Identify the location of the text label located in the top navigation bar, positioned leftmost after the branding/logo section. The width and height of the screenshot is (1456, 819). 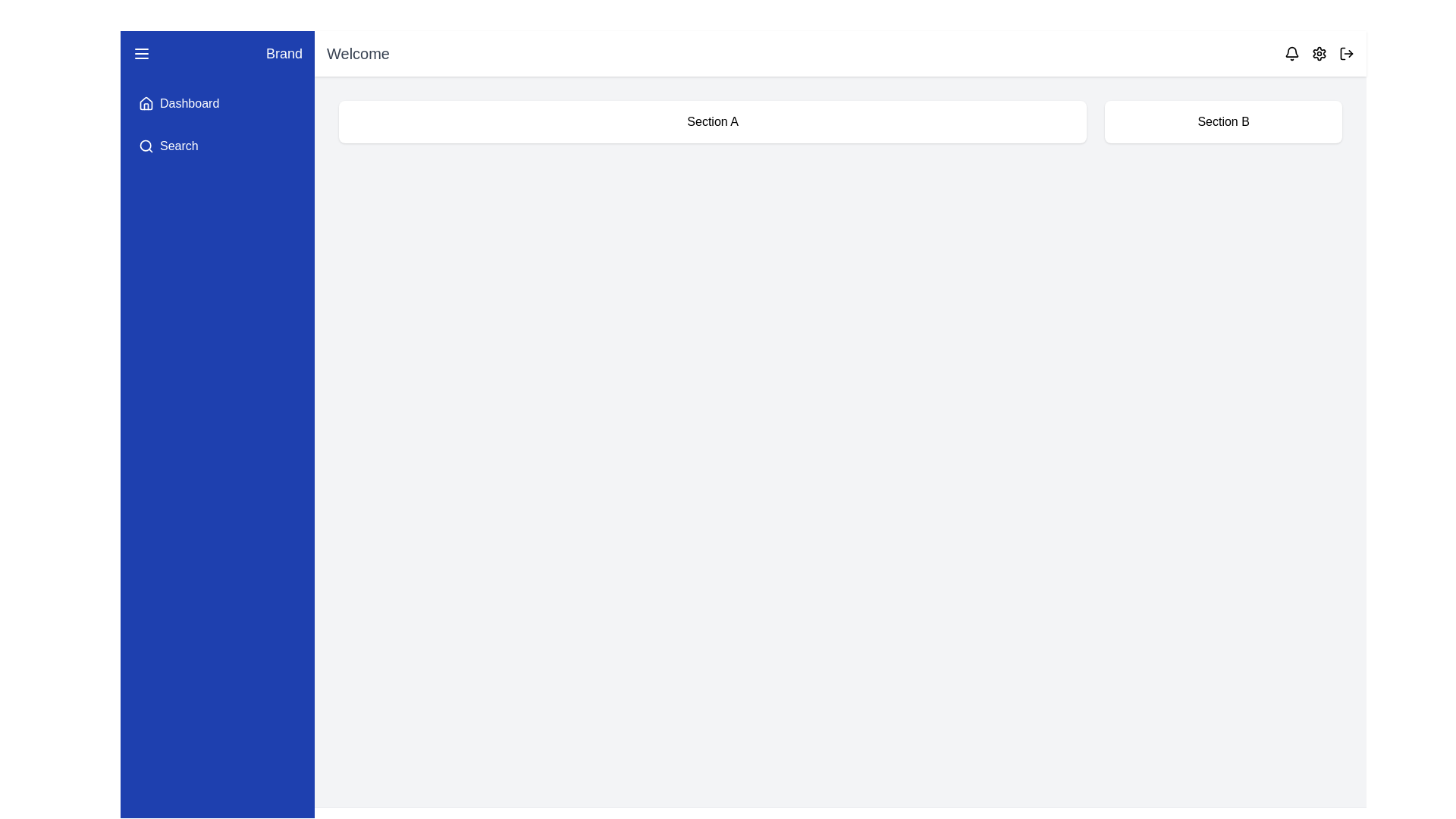
(357, 52).